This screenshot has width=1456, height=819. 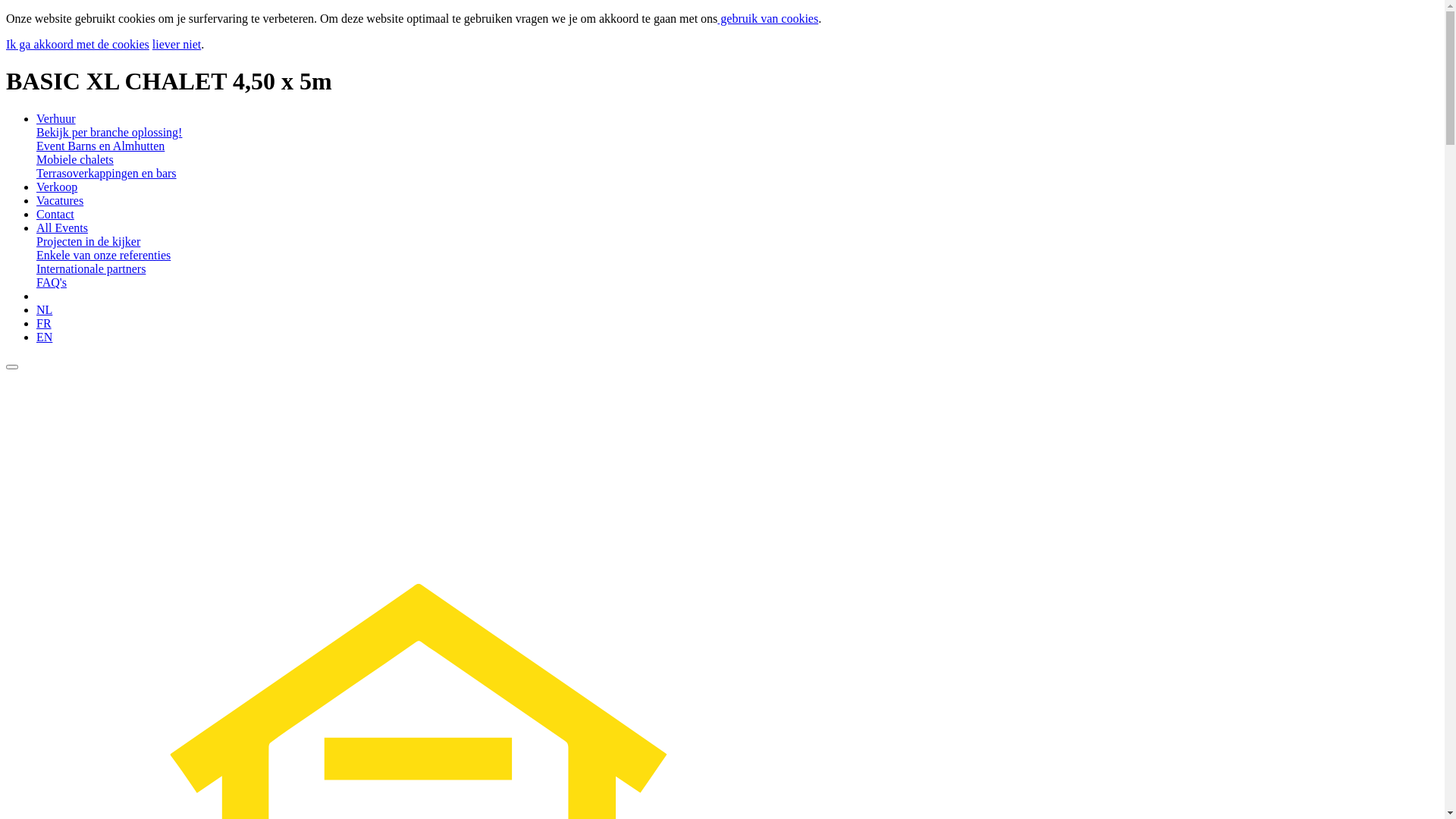 What do you see at coordinates (59, 199) in the screenshot?
I see `'Vacatures'` at bounding box center [59, 199].